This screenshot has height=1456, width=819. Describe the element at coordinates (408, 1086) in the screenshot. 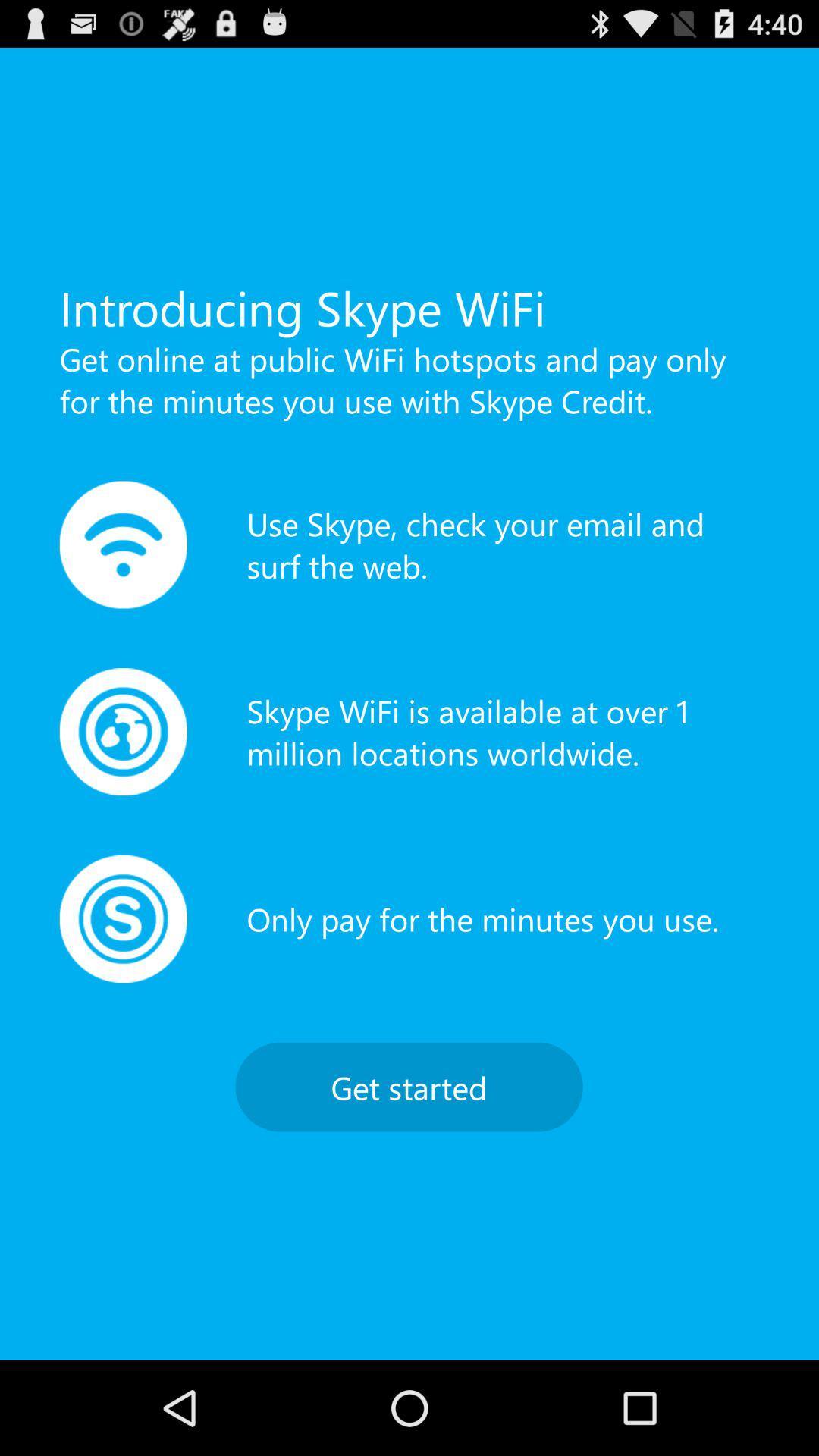

I see `get started icon` at that location.